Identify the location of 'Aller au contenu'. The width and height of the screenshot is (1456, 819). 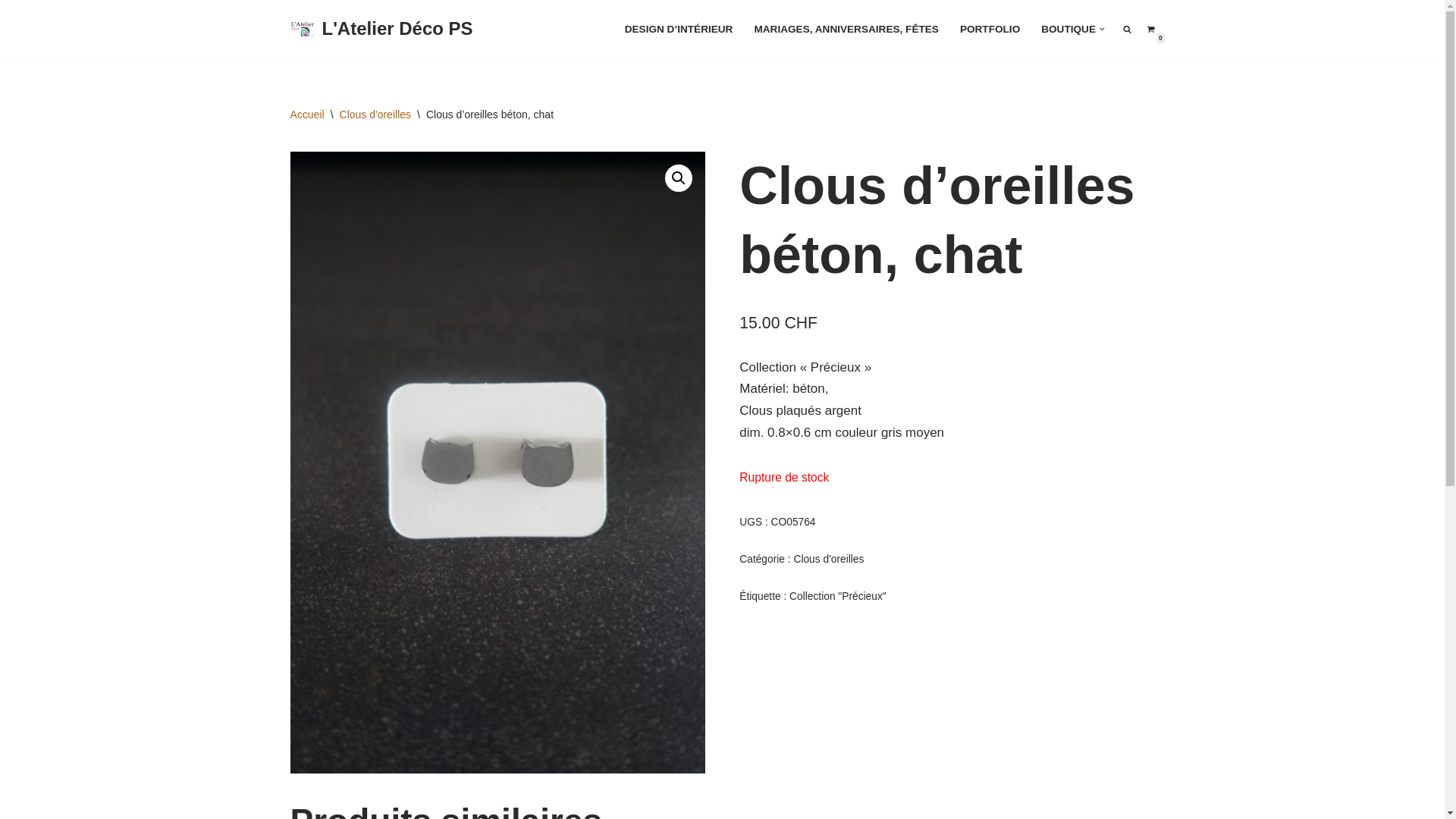
(11, 32).